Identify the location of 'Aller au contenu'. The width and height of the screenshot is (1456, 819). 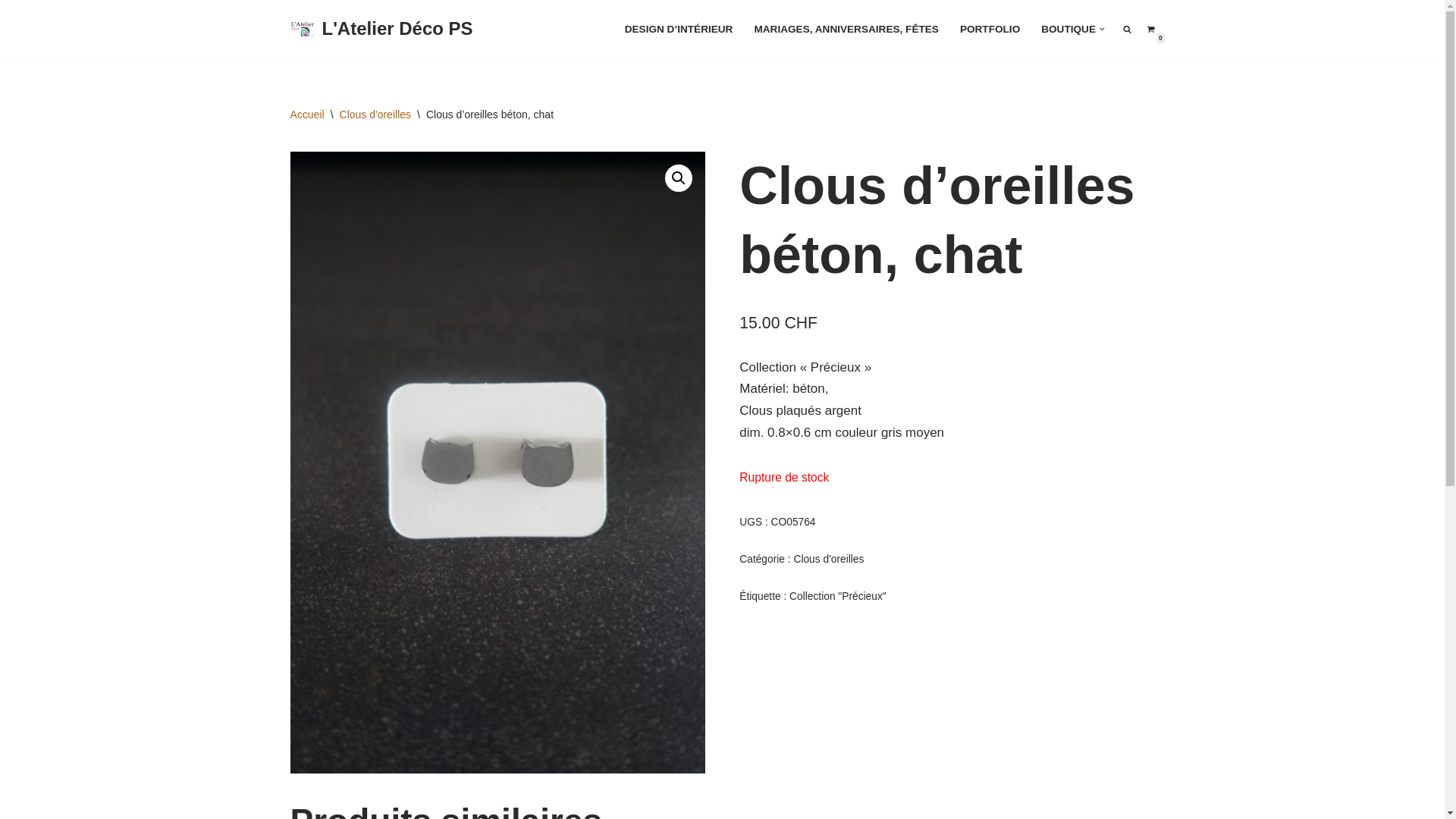
(11, 32).